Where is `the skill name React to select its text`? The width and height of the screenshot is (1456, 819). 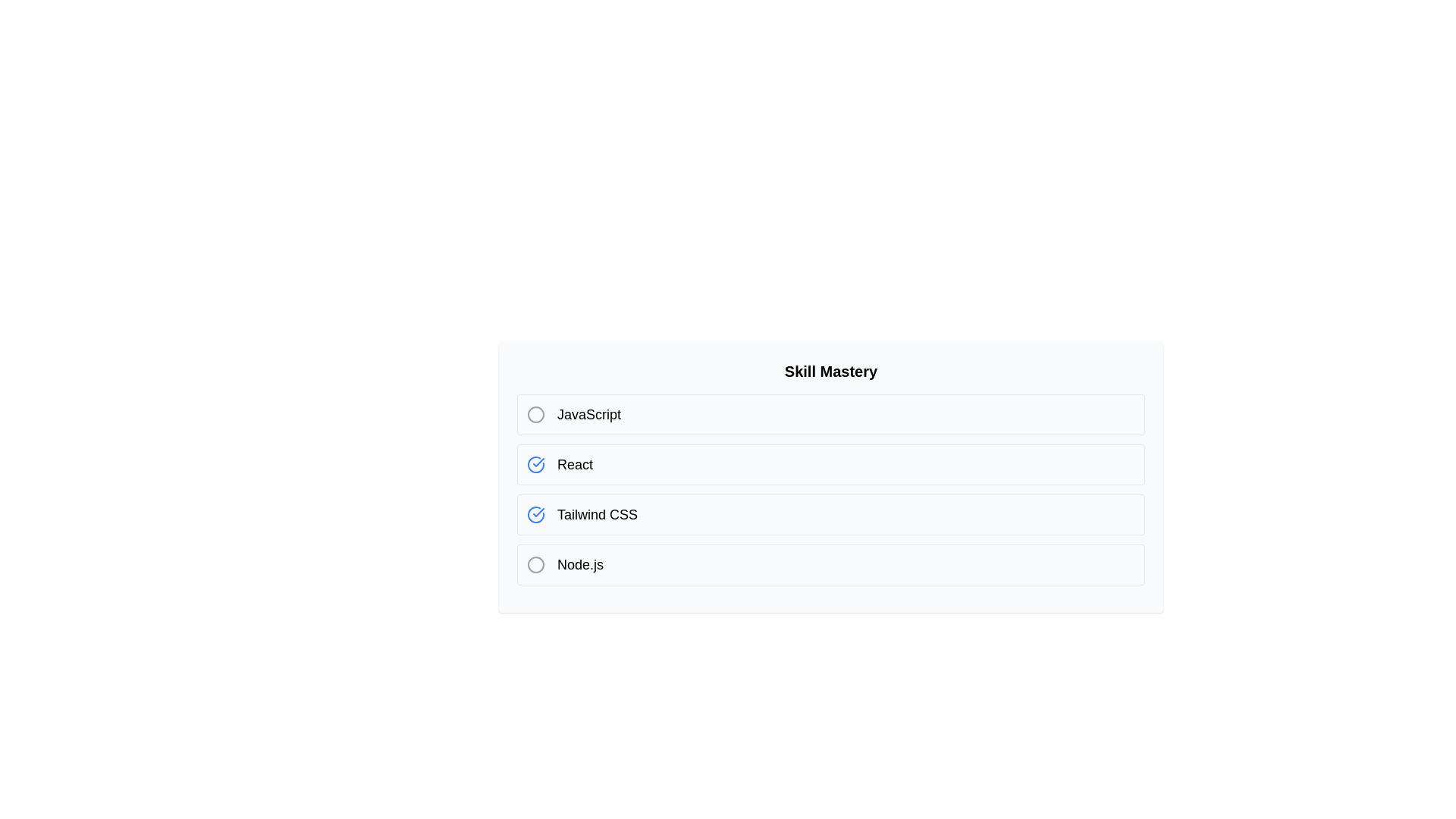
the skill name React to select its text is located at coordinates (574, 464).